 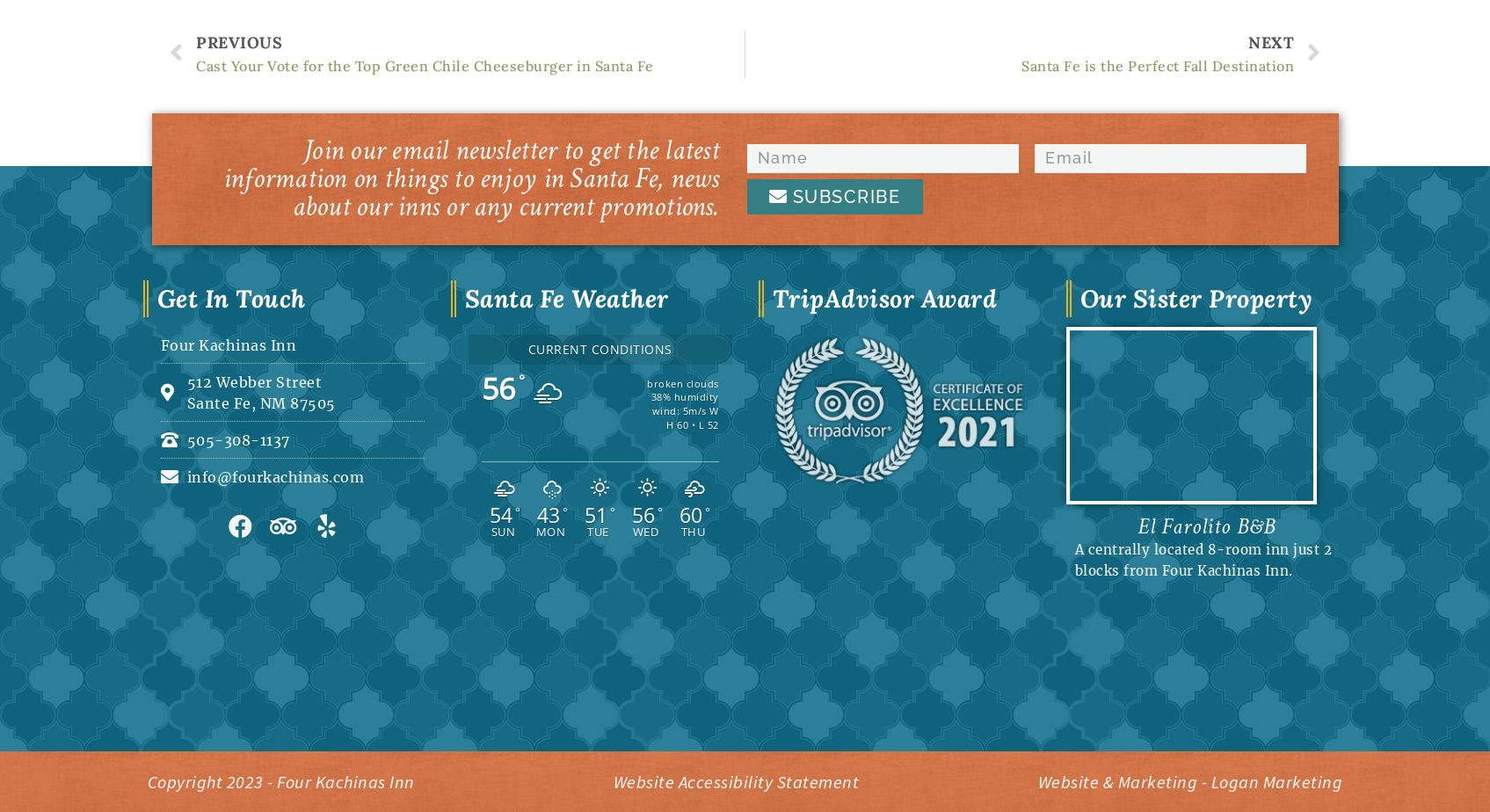 What do you see at coordinates (595, 515) in the screenshot?
I see `'51'` at bounding box center [595, 515].